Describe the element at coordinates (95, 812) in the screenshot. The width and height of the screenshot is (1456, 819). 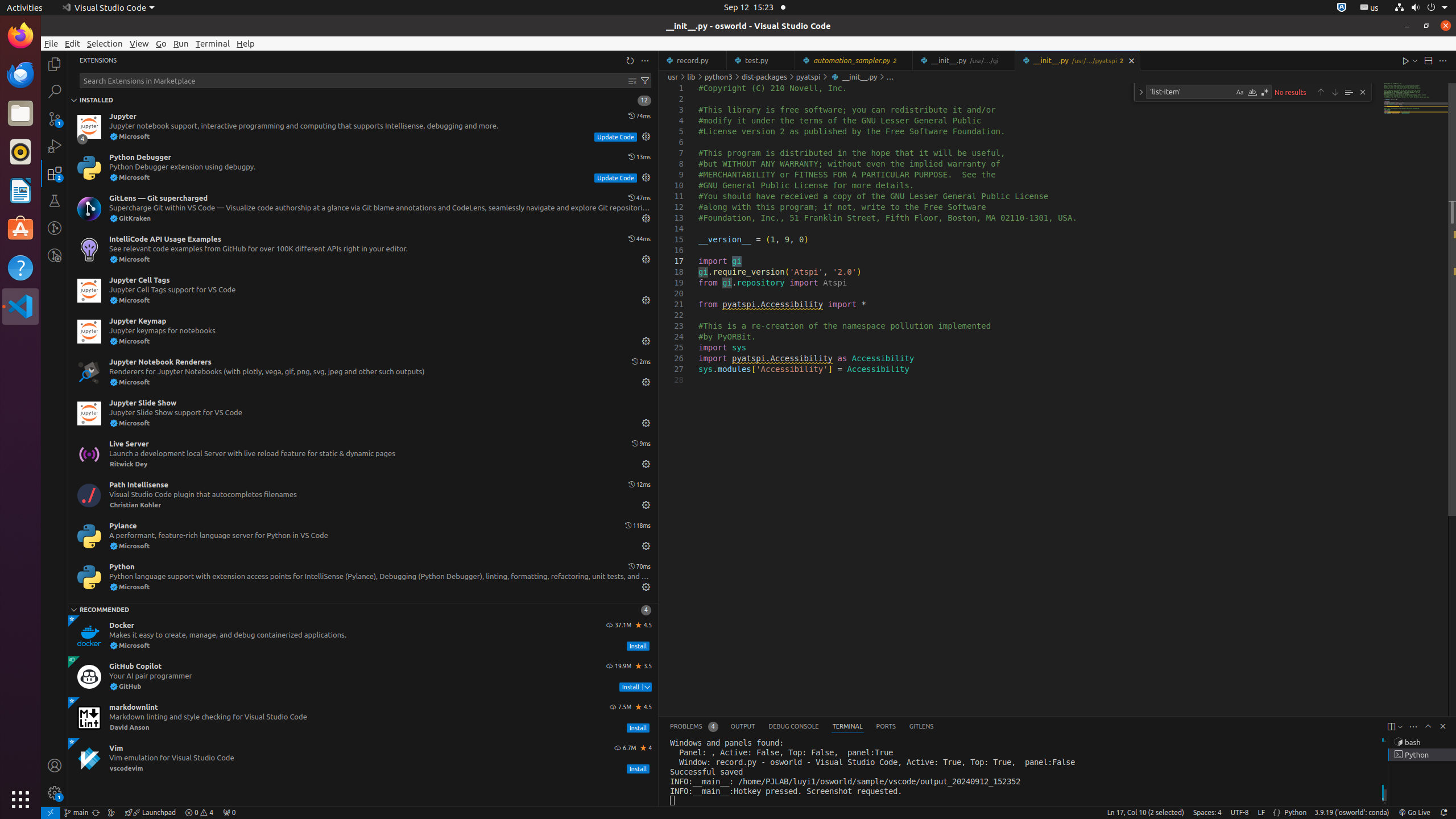
I see `'OSWorld (Git) - Synchronize Changes'` at that location.